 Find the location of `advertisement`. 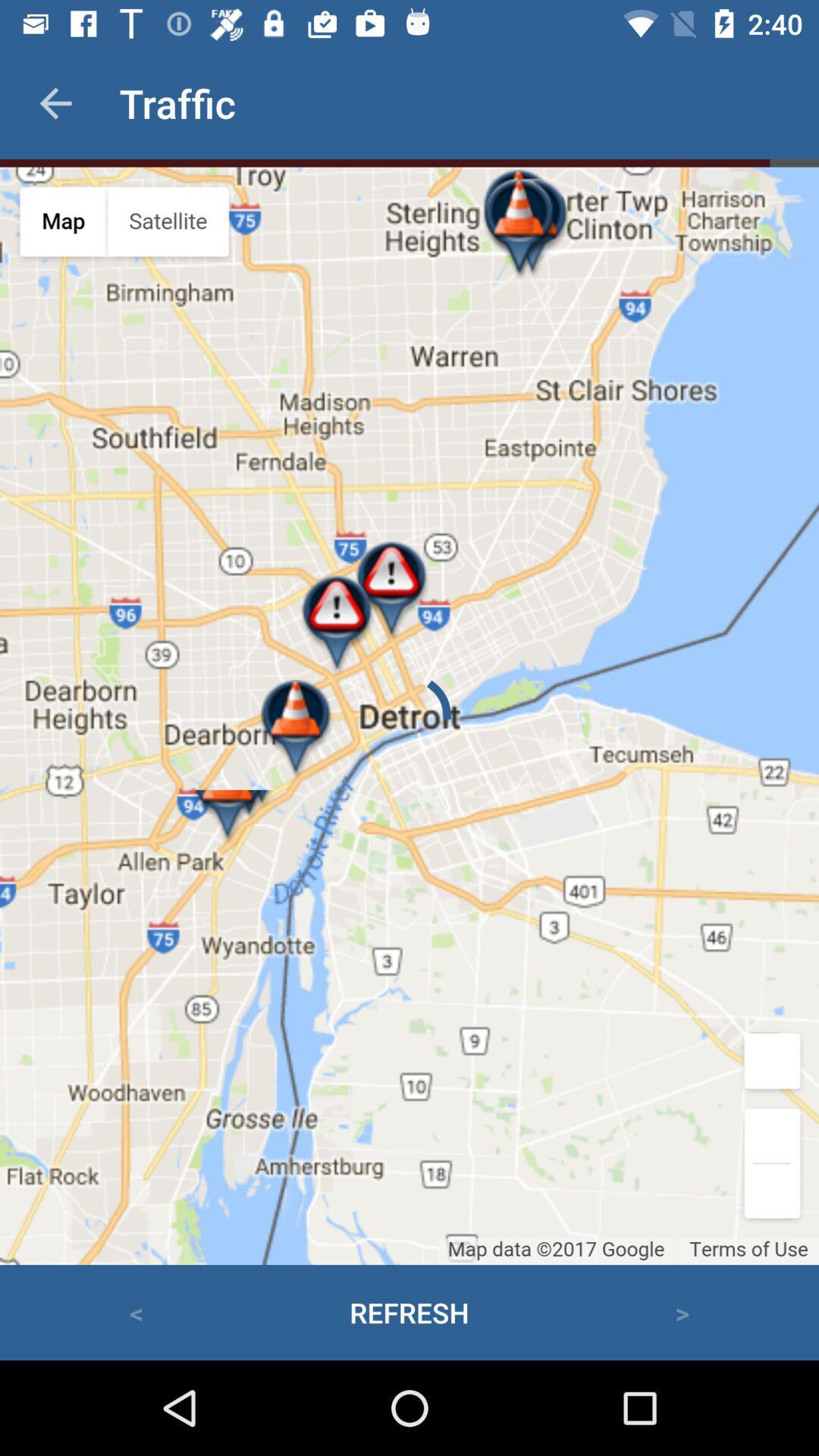

advertisement is located at coordinates (409, 715).